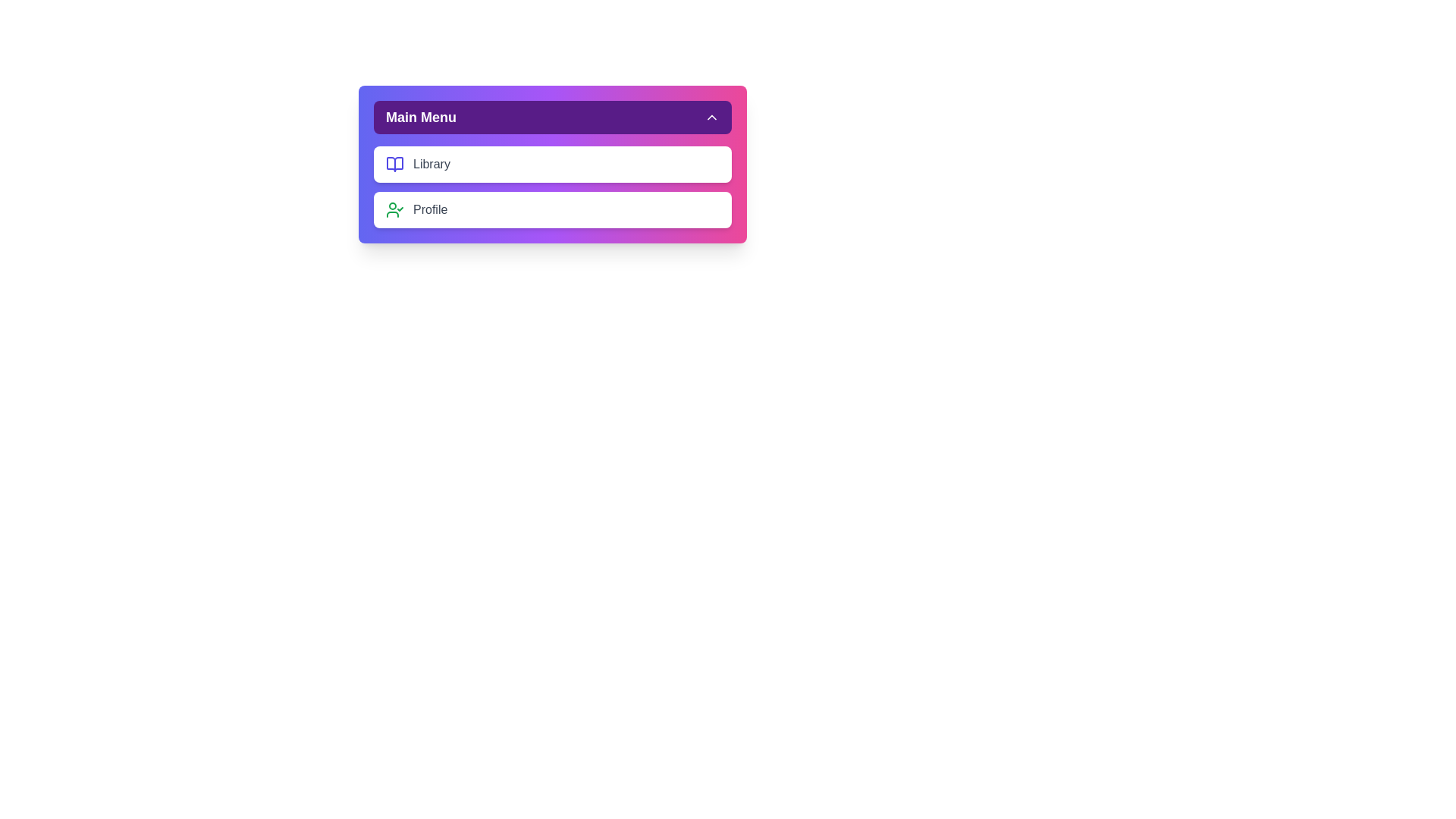 The height and width of the screenshot is (819, 1456). Describe the element at coordinates (395, 164) in the screenshot. I see `the indigo book icon located to the left of the 'Library' label within the white rectangular button in the main menu` at that location.